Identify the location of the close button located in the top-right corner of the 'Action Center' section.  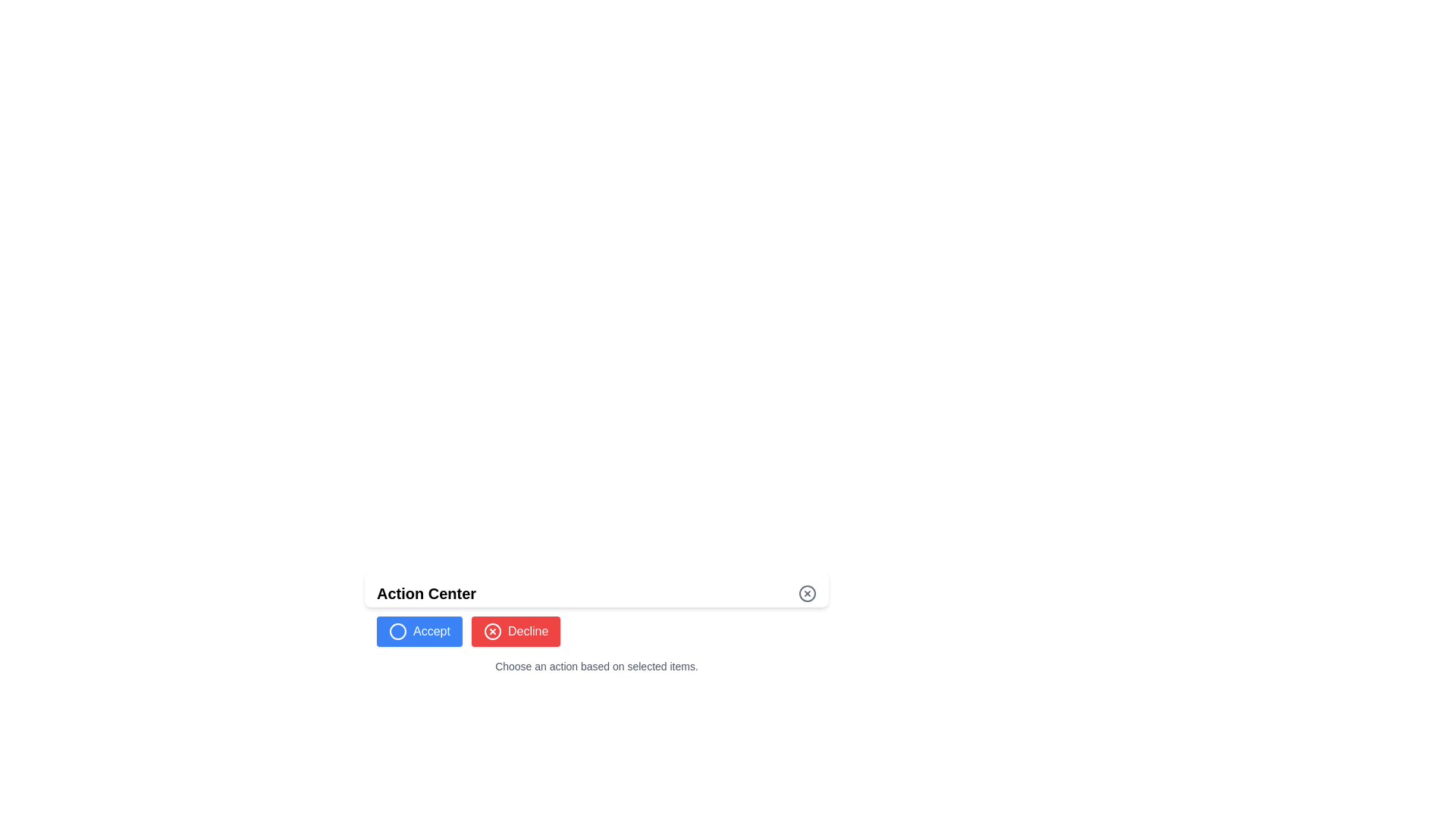
(807, 593).